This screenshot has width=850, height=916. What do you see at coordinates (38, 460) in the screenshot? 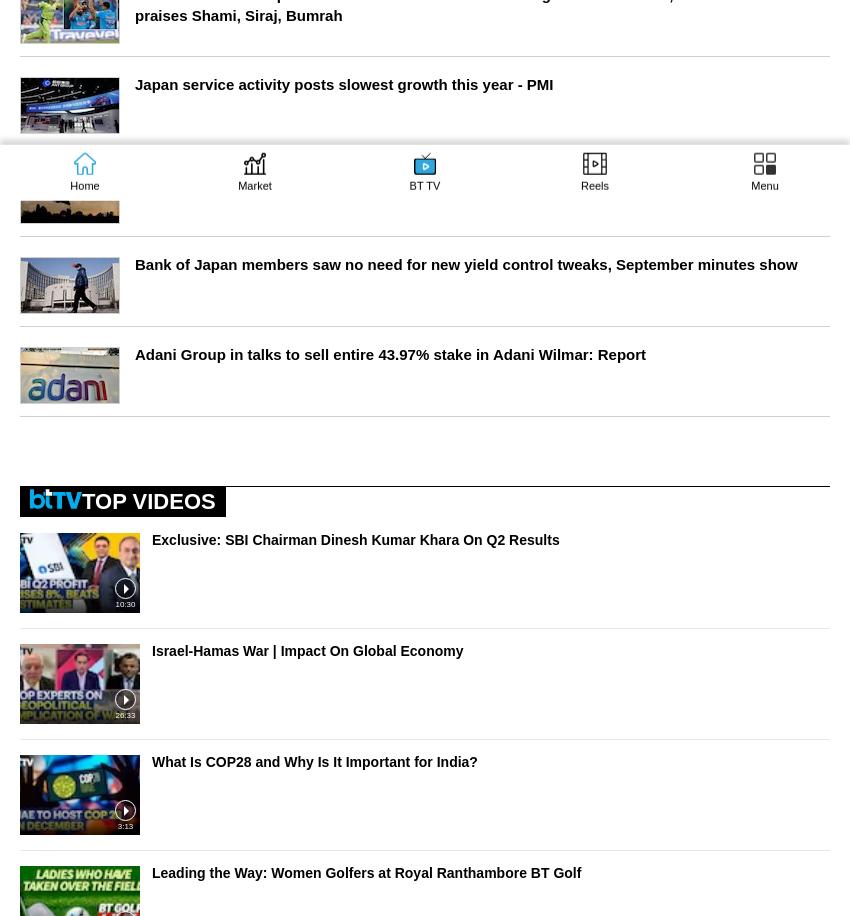
I see `'Auto'` at bounding box center [38, 460].